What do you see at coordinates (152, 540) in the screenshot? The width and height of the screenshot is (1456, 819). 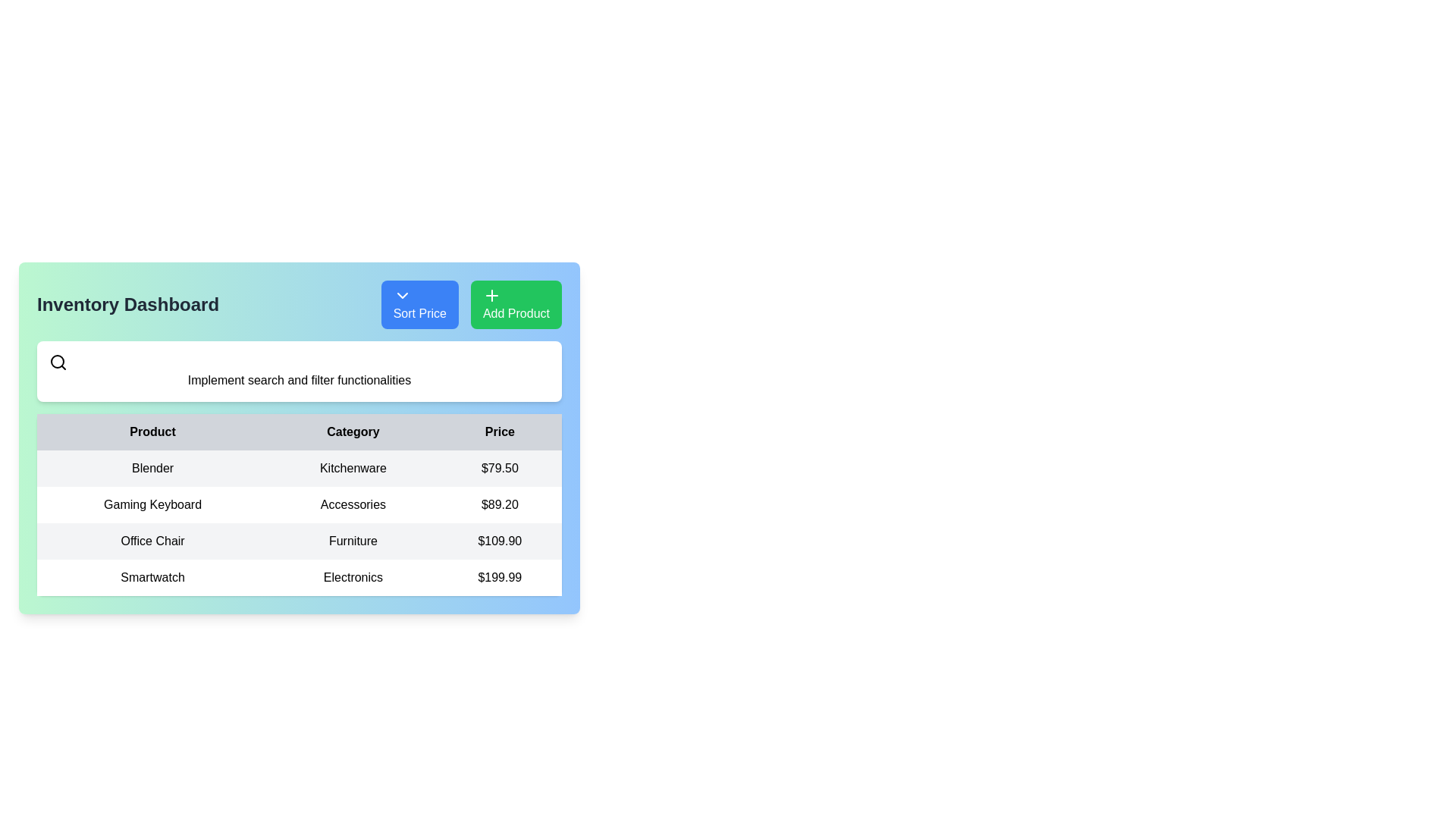 I see `the text label displaying 'Office Chair' which is part of a table under the 'Product' column, located to the left of 'Furniture' and '$109.90'` at bounding box center [152, 540].